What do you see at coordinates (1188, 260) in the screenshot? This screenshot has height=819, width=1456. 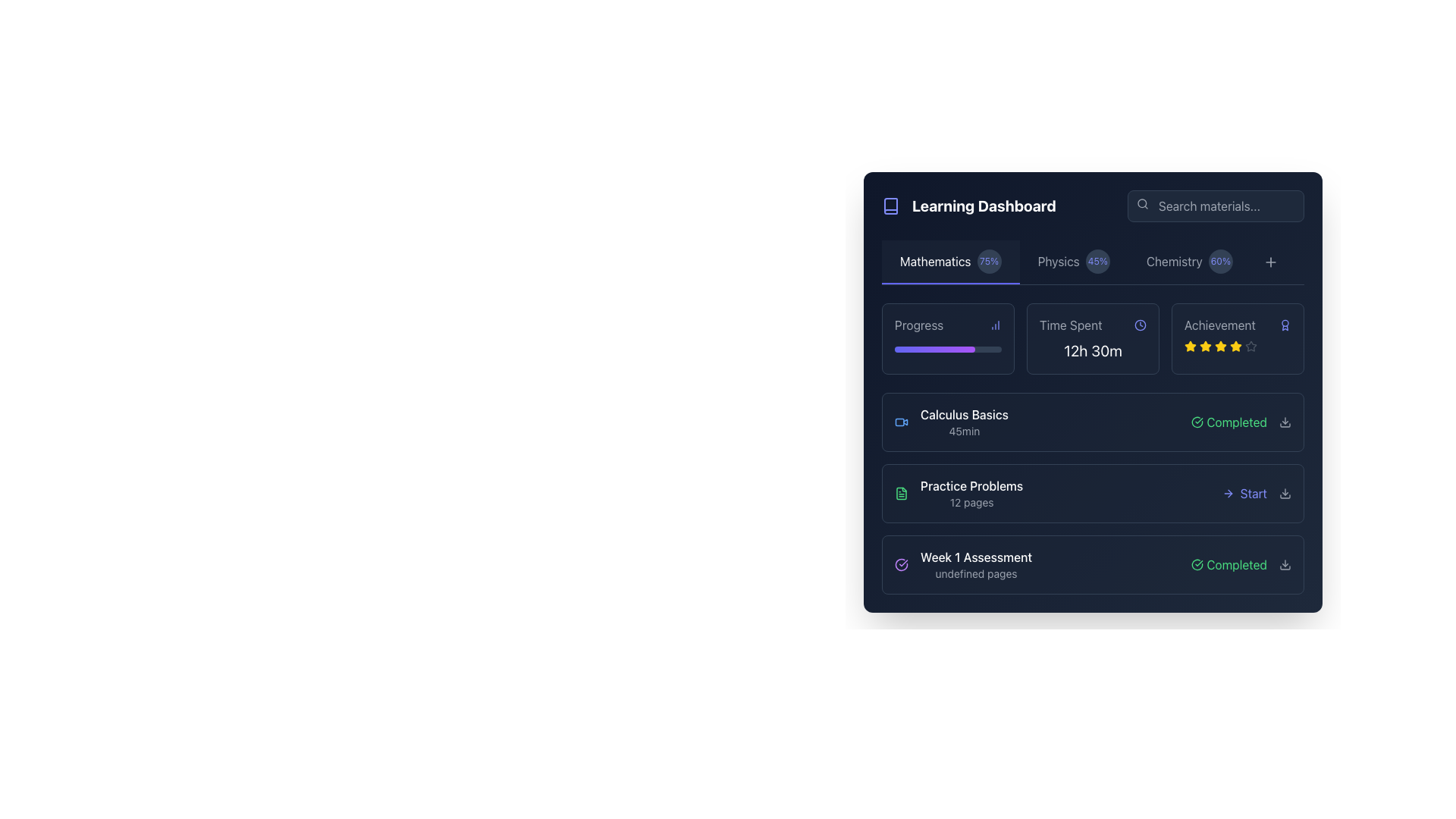 I see `the 'Chemistry' label with the percentage badge displaying '60%' in the top navigation bar` at bounding box center [1188, 260].